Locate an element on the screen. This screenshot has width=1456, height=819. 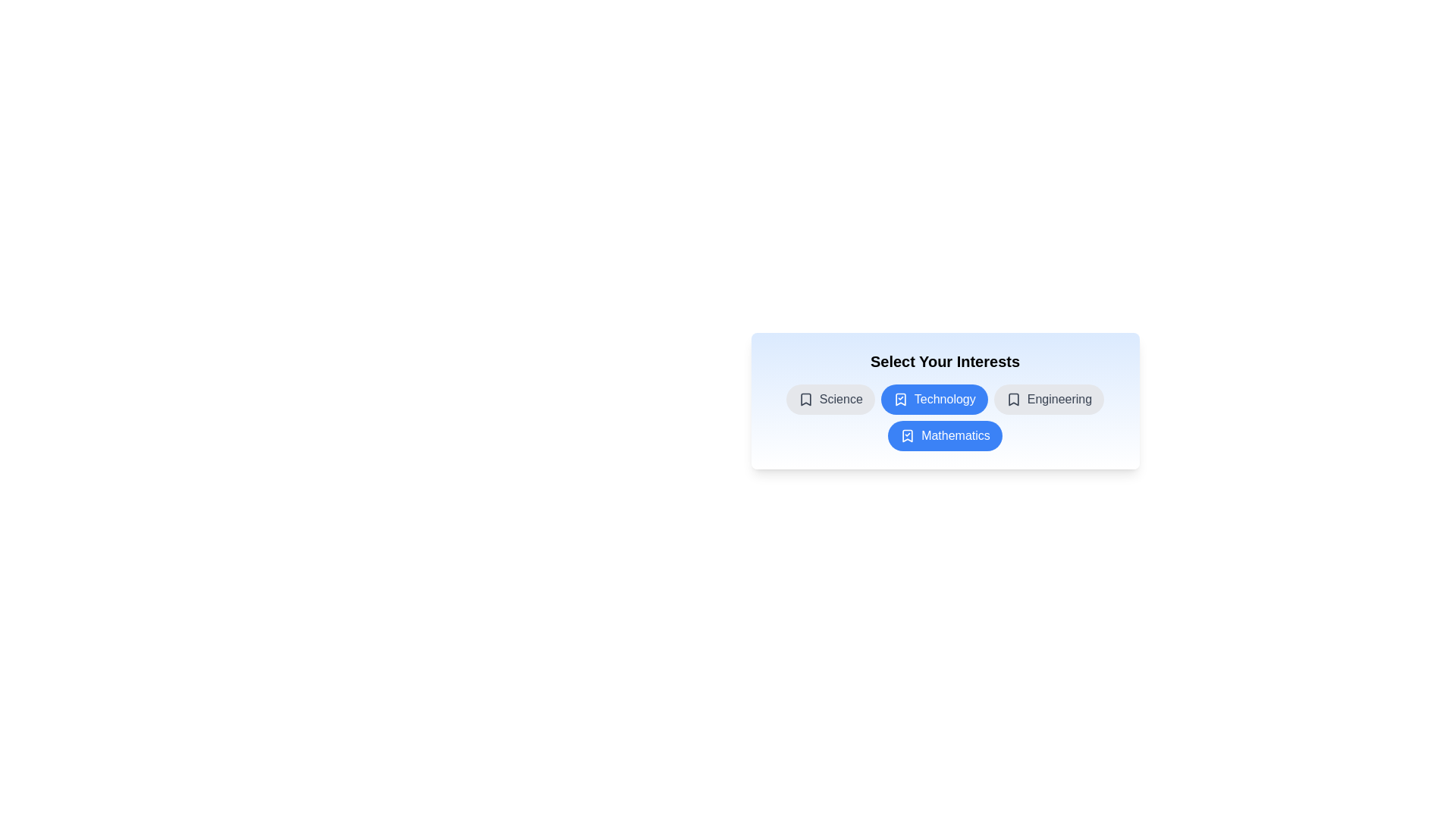
the chip labeled Science is located at coordinates (829, 399).